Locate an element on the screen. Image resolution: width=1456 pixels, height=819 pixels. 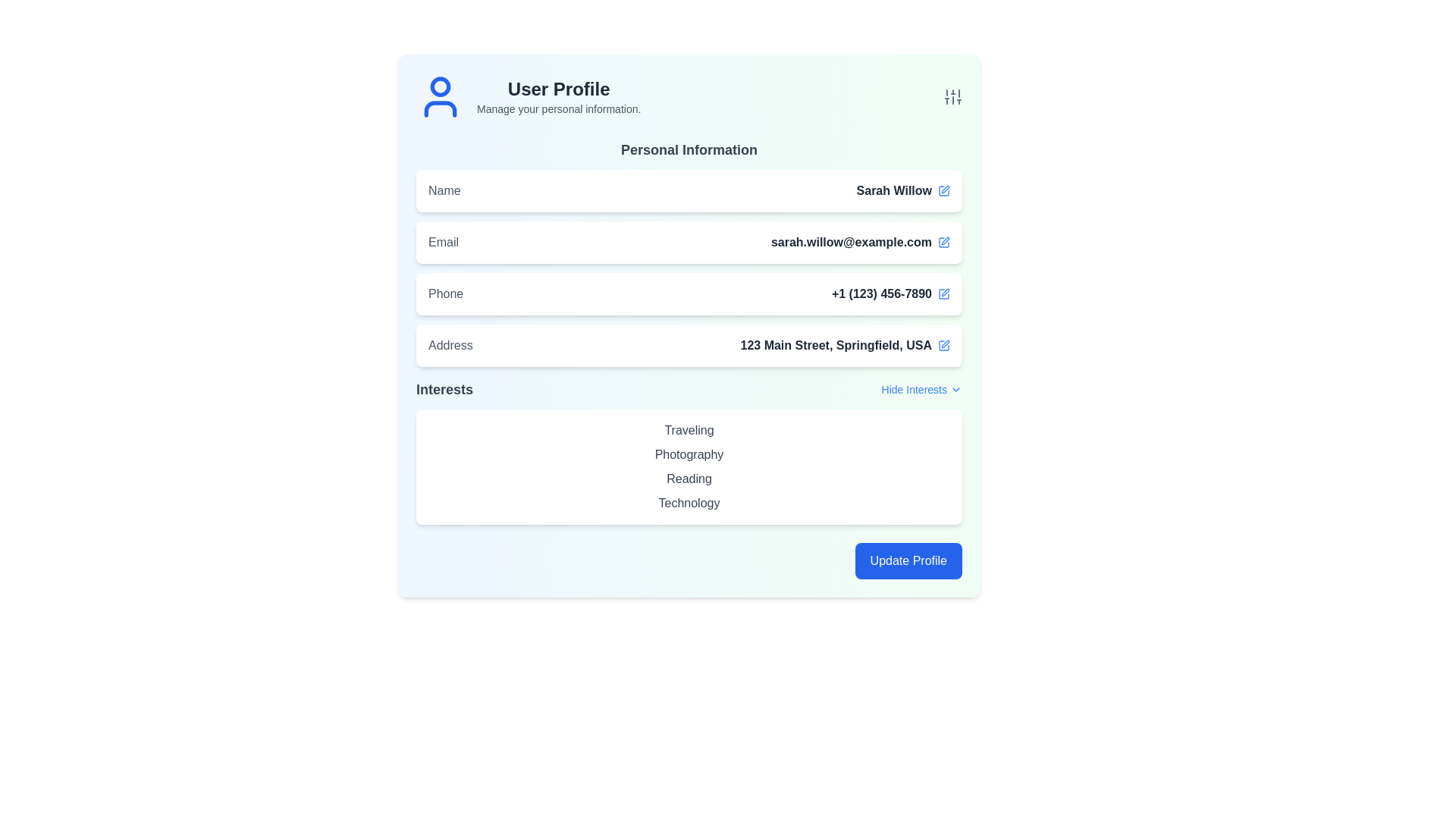
the small vector graphic icon depicting a pen over a square, which represents the editing action, located to the right of the 'Name' text field is located at coordinates (945, 189).